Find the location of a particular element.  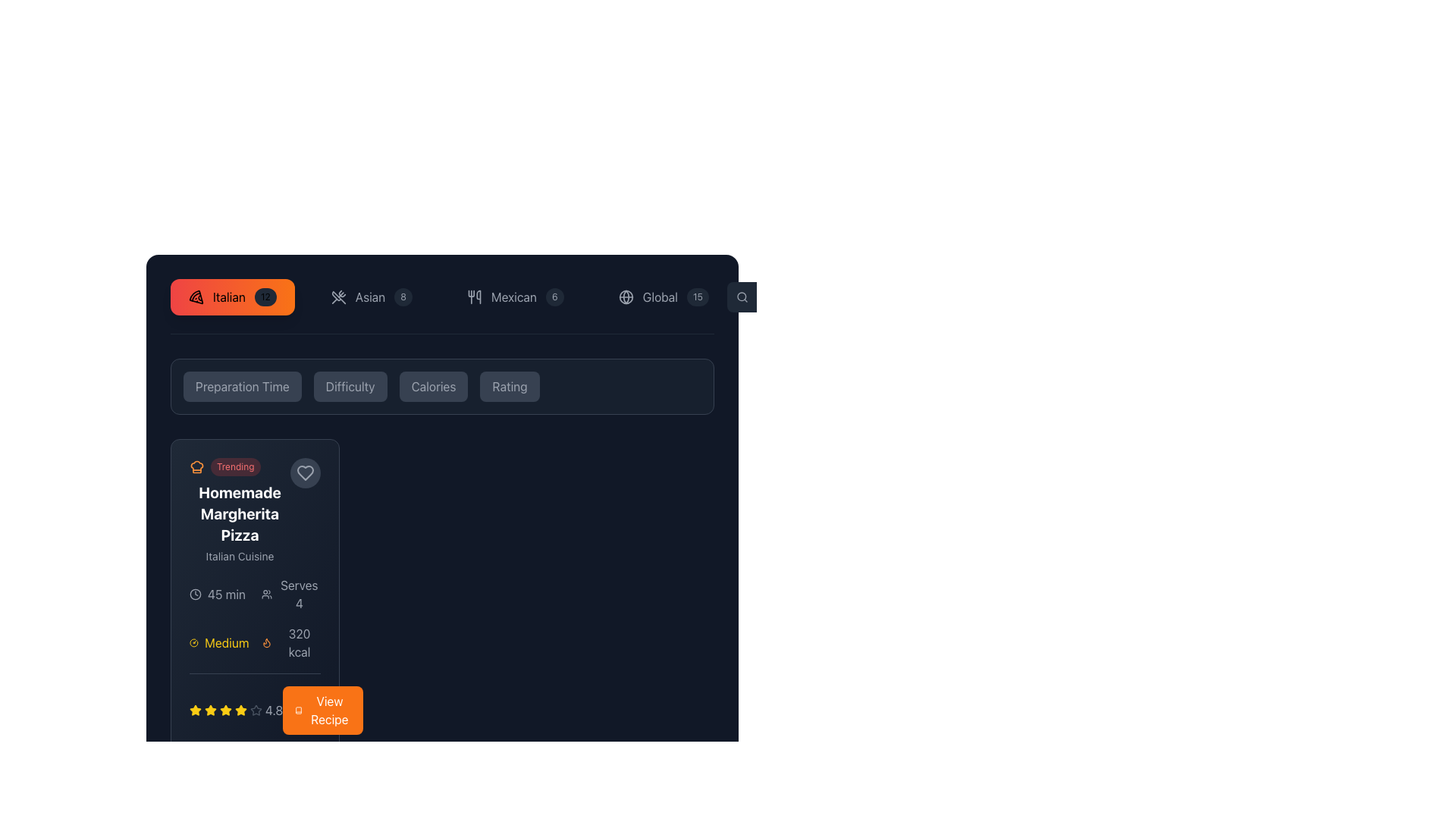

the third star icon in the rating section below the '4.8' text on the 'Homemade Margherita Pizza' card to rate it is located at coordinates (210, 710).